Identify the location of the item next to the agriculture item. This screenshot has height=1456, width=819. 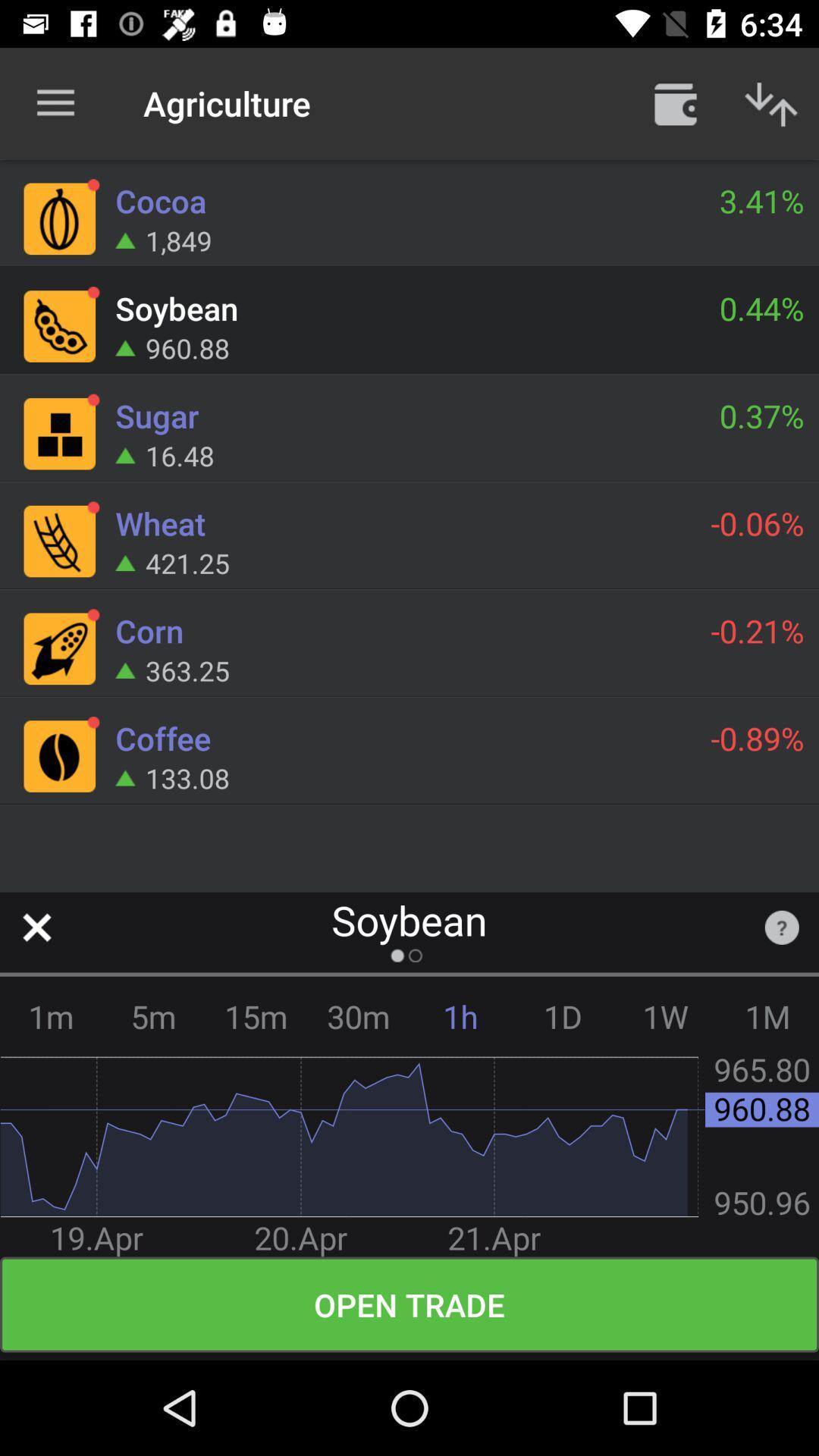
(675, 102).